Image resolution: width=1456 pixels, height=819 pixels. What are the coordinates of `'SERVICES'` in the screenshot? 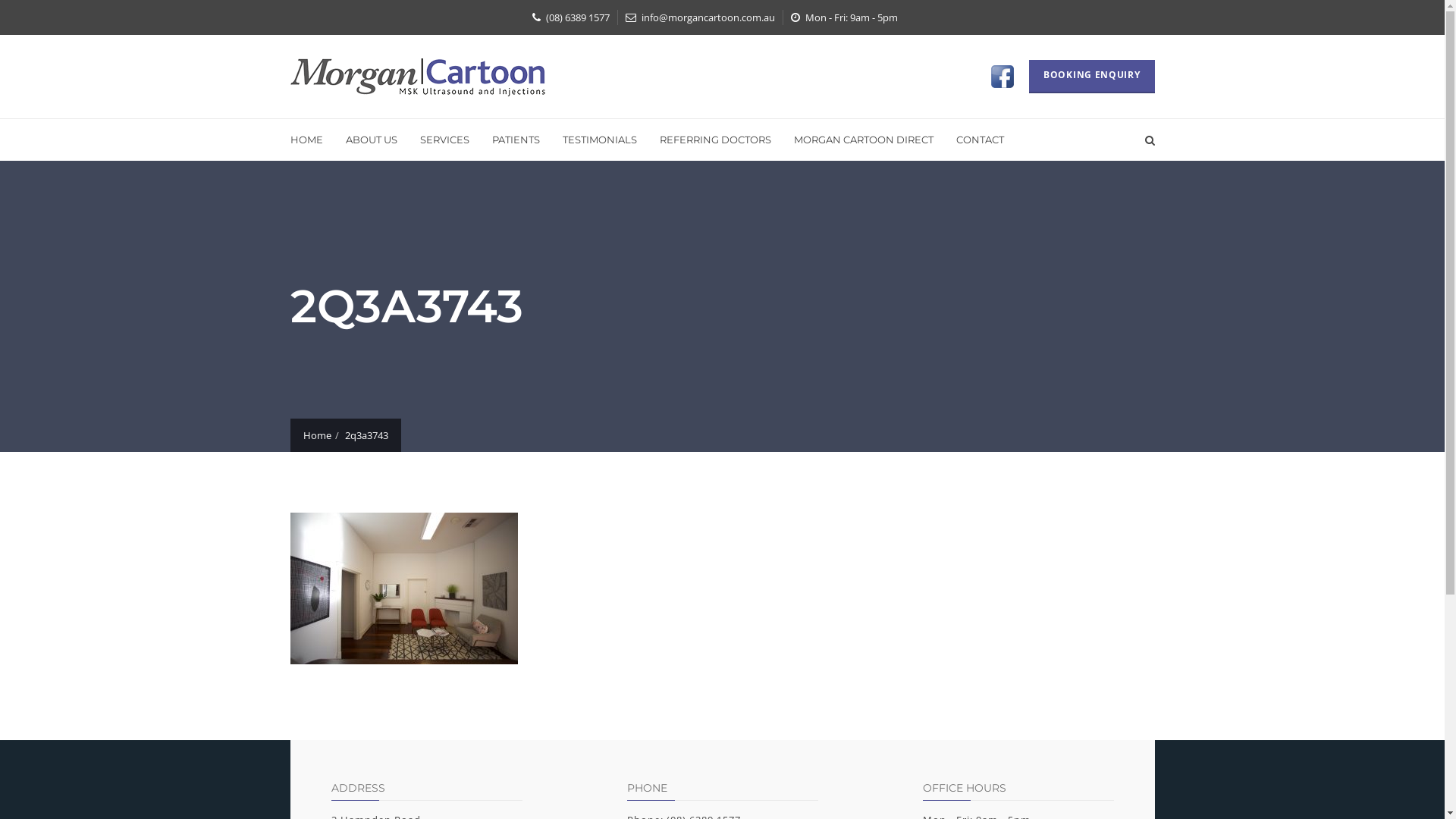 It's located at (443, 140).